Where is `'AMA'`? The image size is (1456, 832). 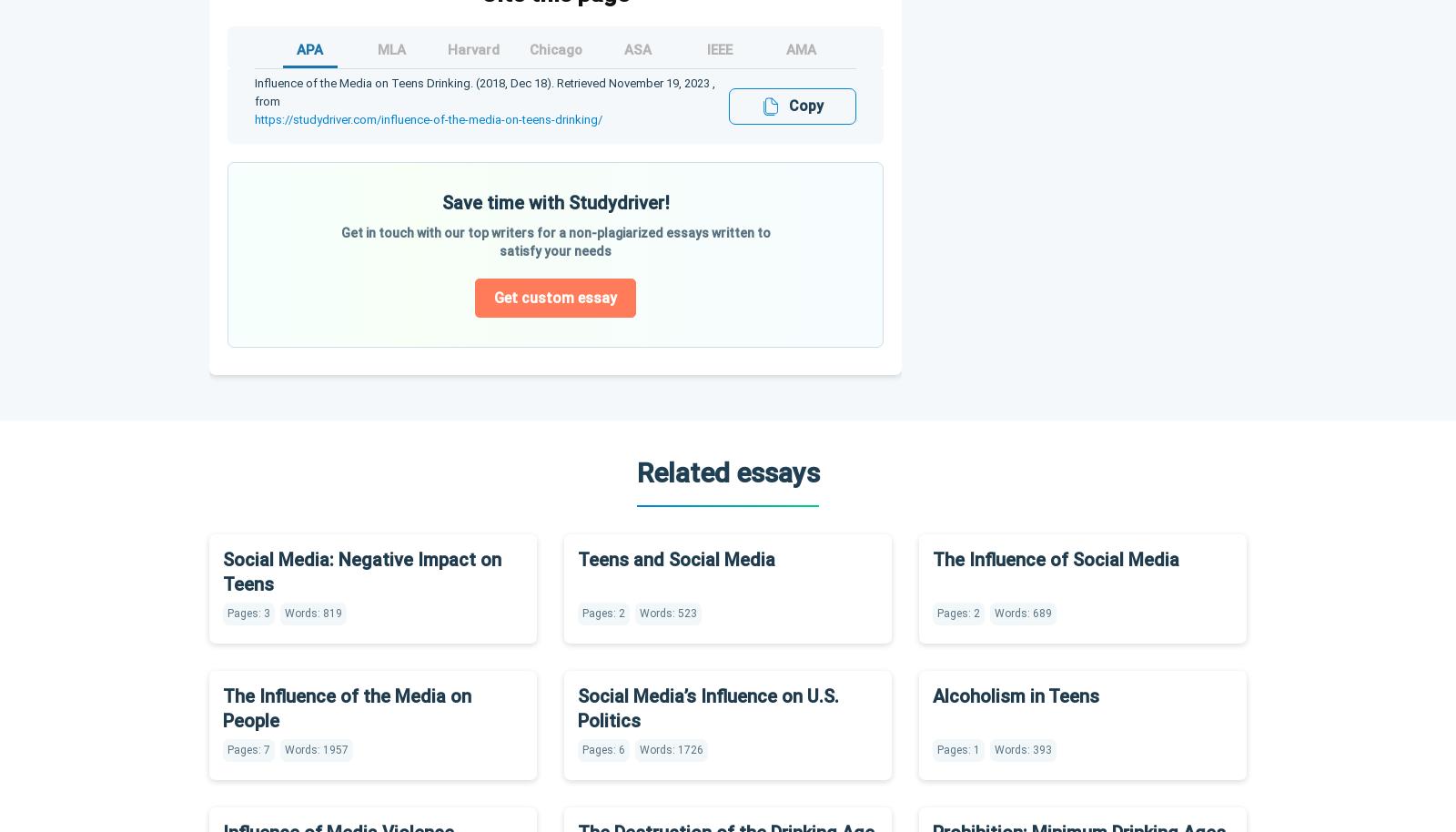
'AMA' is located at coordinates (800, 49).